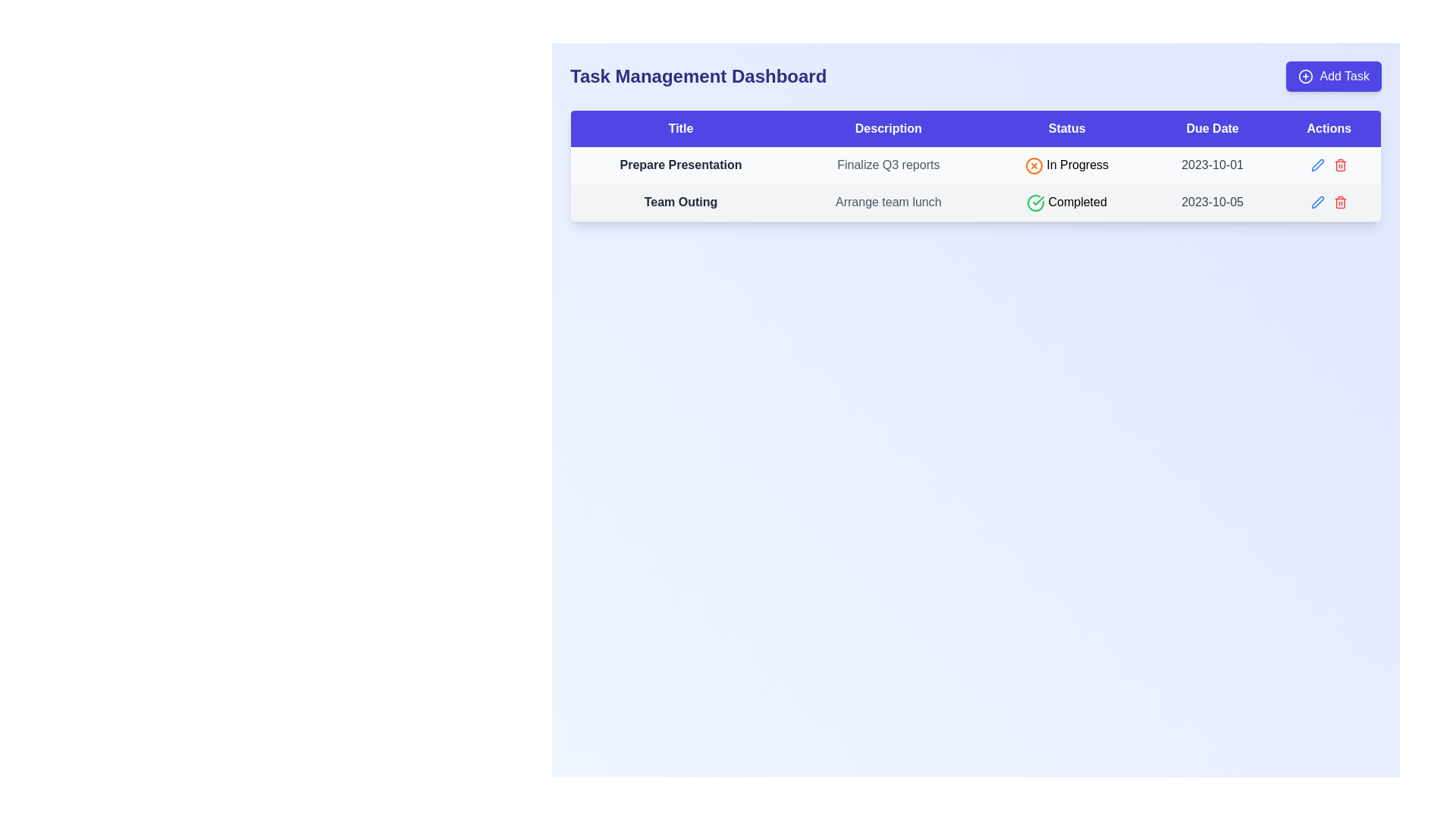  What do you see at coordinates (1035, 202) in the screenshot?
I see `the status icon in the second row of the table that indicates the task is 'Completed.'` at bounding box center [1035, 202].